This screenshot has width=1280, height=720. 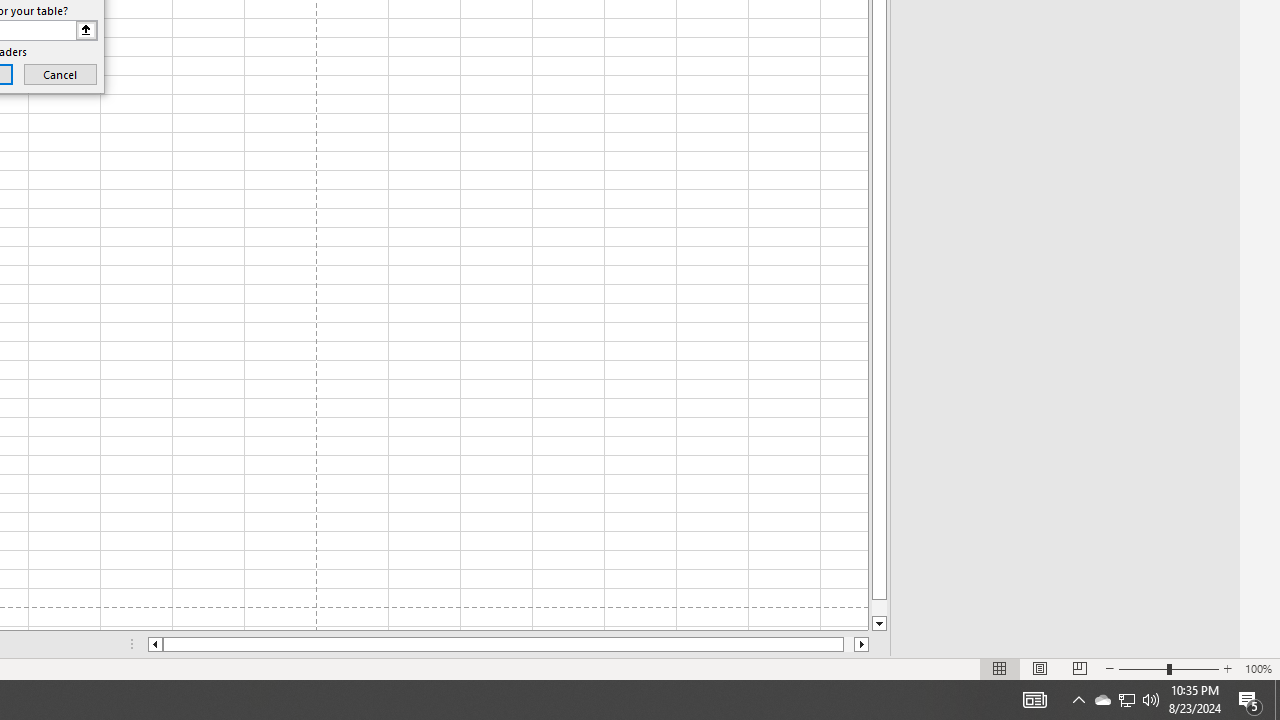 I want to click on 'Page Layout', so click(x=1040, y=669).